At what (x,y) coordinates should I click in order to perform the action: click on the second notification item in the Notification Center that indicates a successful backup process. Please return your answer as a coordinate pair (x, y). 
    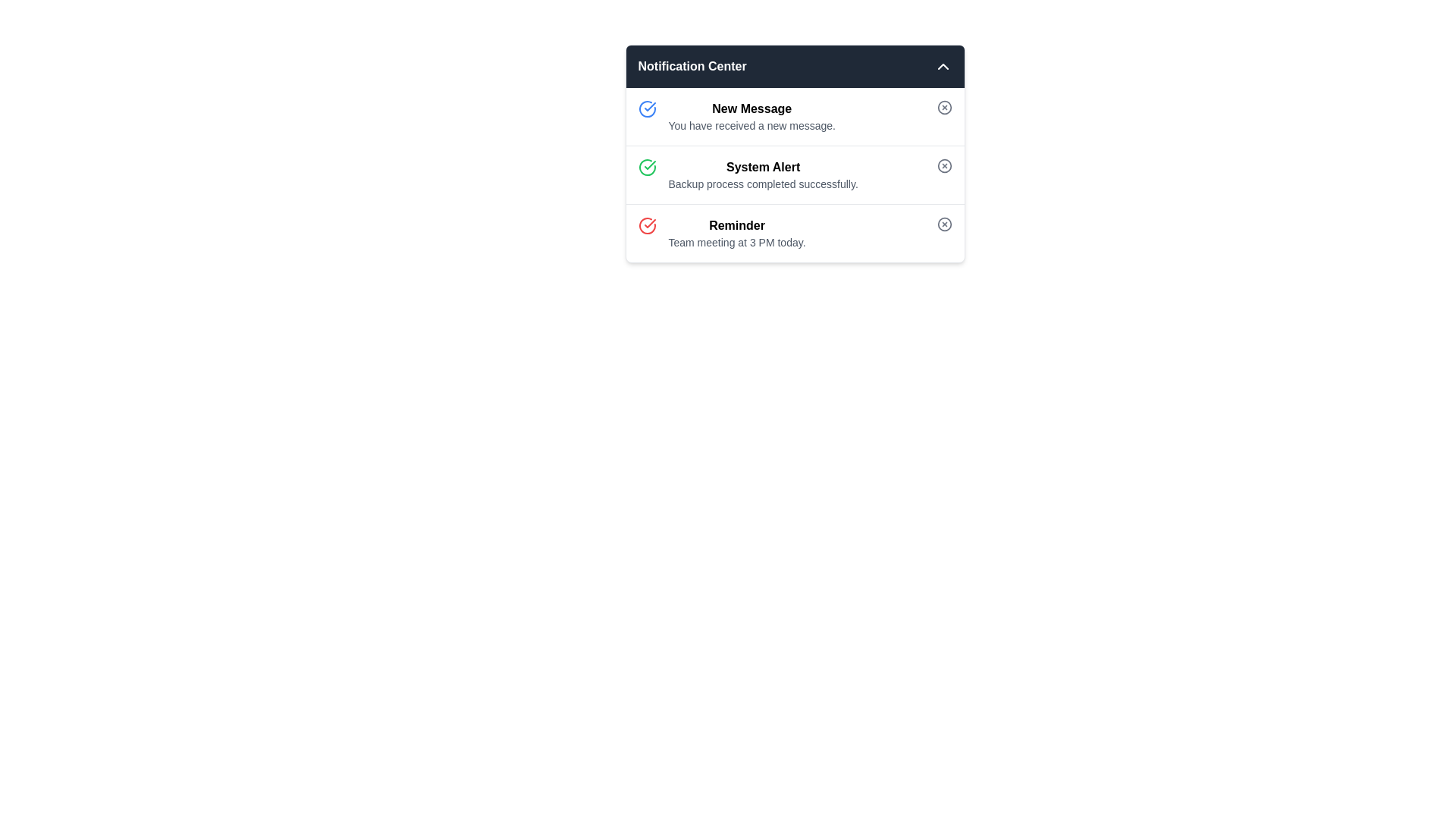
    Looking at the image, I should click on (794, 174).